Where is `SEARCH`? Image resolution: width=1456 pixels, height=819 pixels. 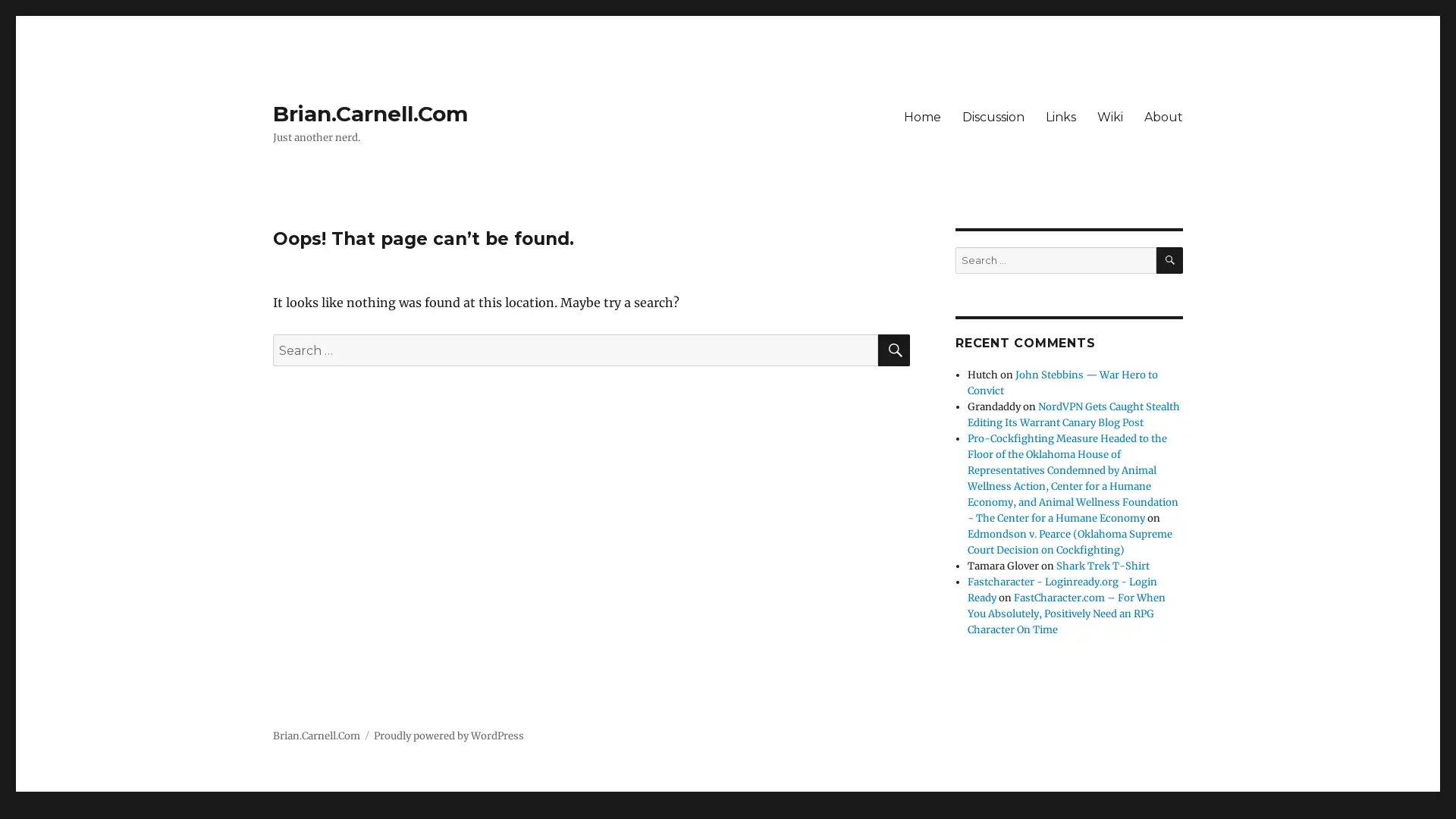
SEARCH is located at coordinates (1169, 259).